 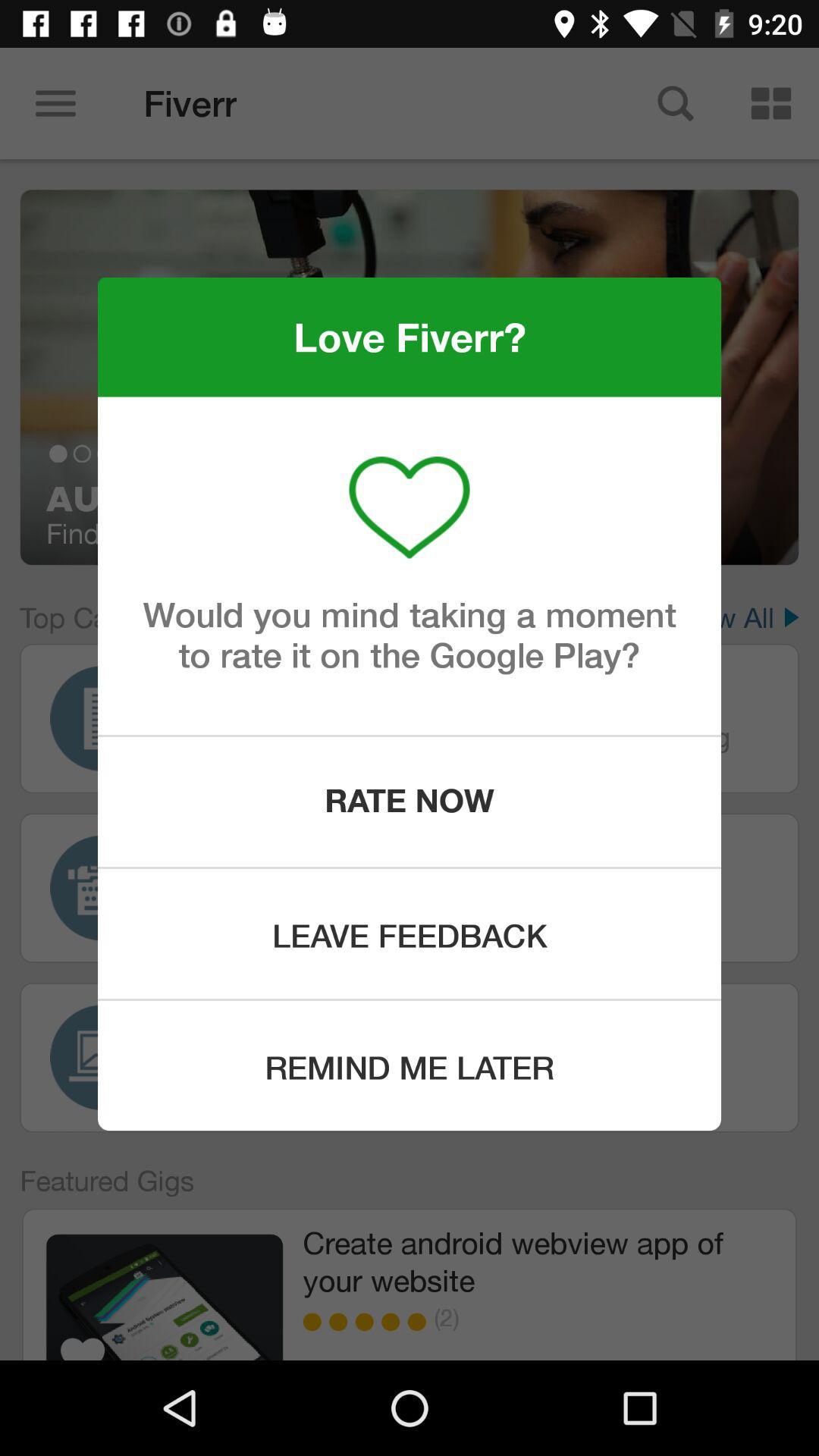 I want to click on the remind me later, so click(x=409, y=1065).